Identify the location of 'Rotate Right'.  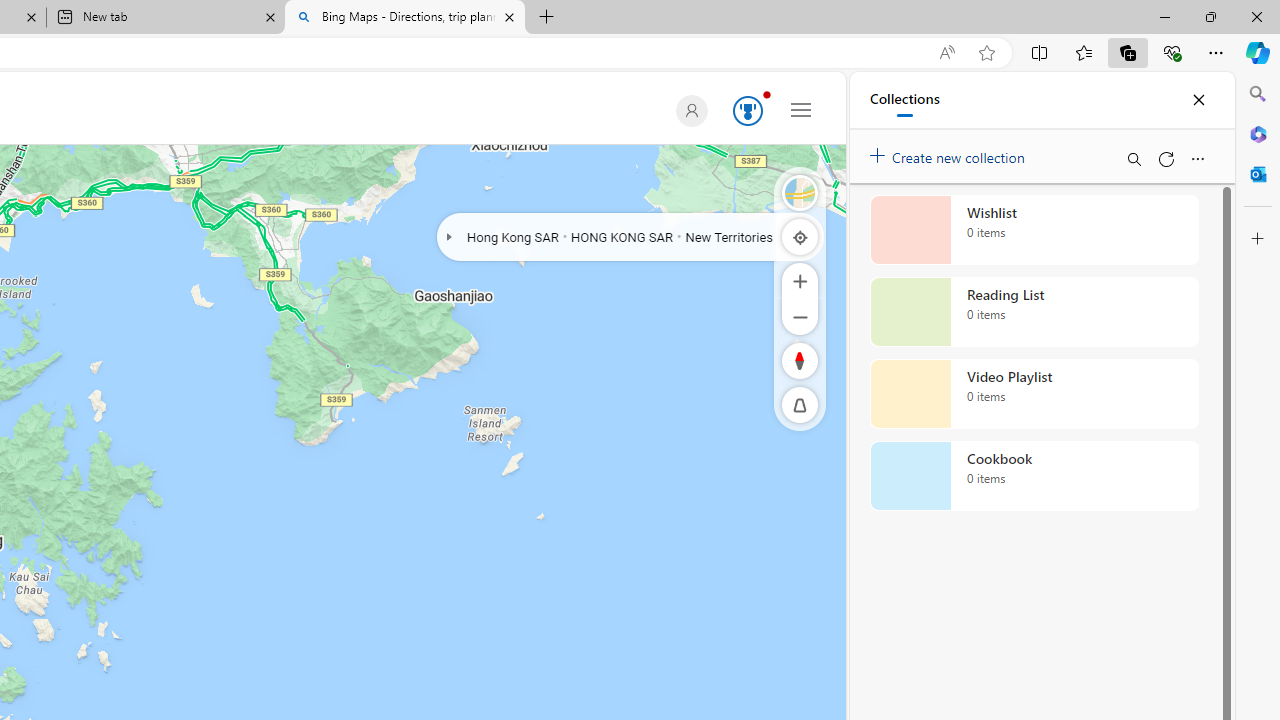
(779, 360).